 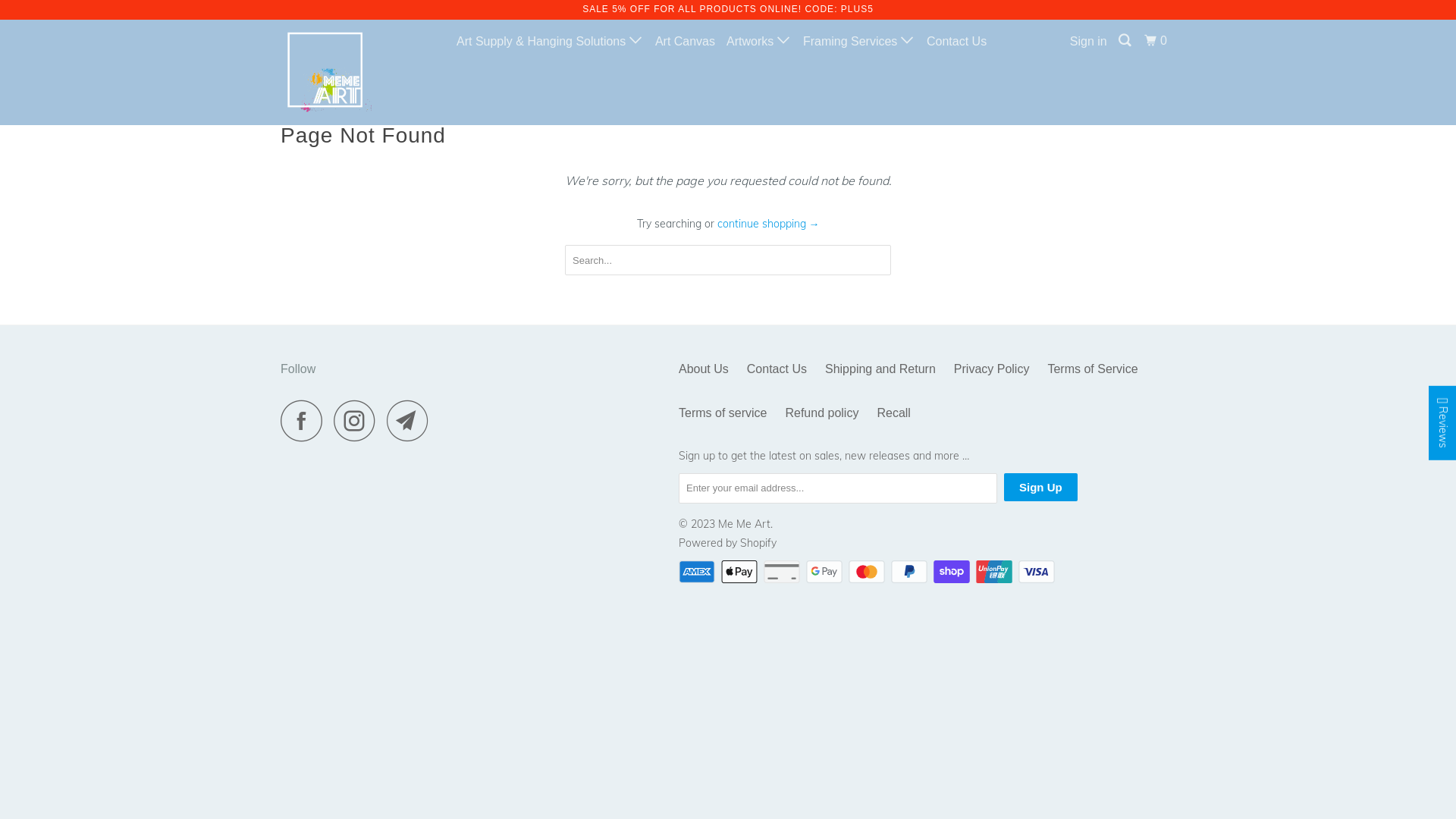 I want to click on 'Terms of service', so click(x=722, y=413).